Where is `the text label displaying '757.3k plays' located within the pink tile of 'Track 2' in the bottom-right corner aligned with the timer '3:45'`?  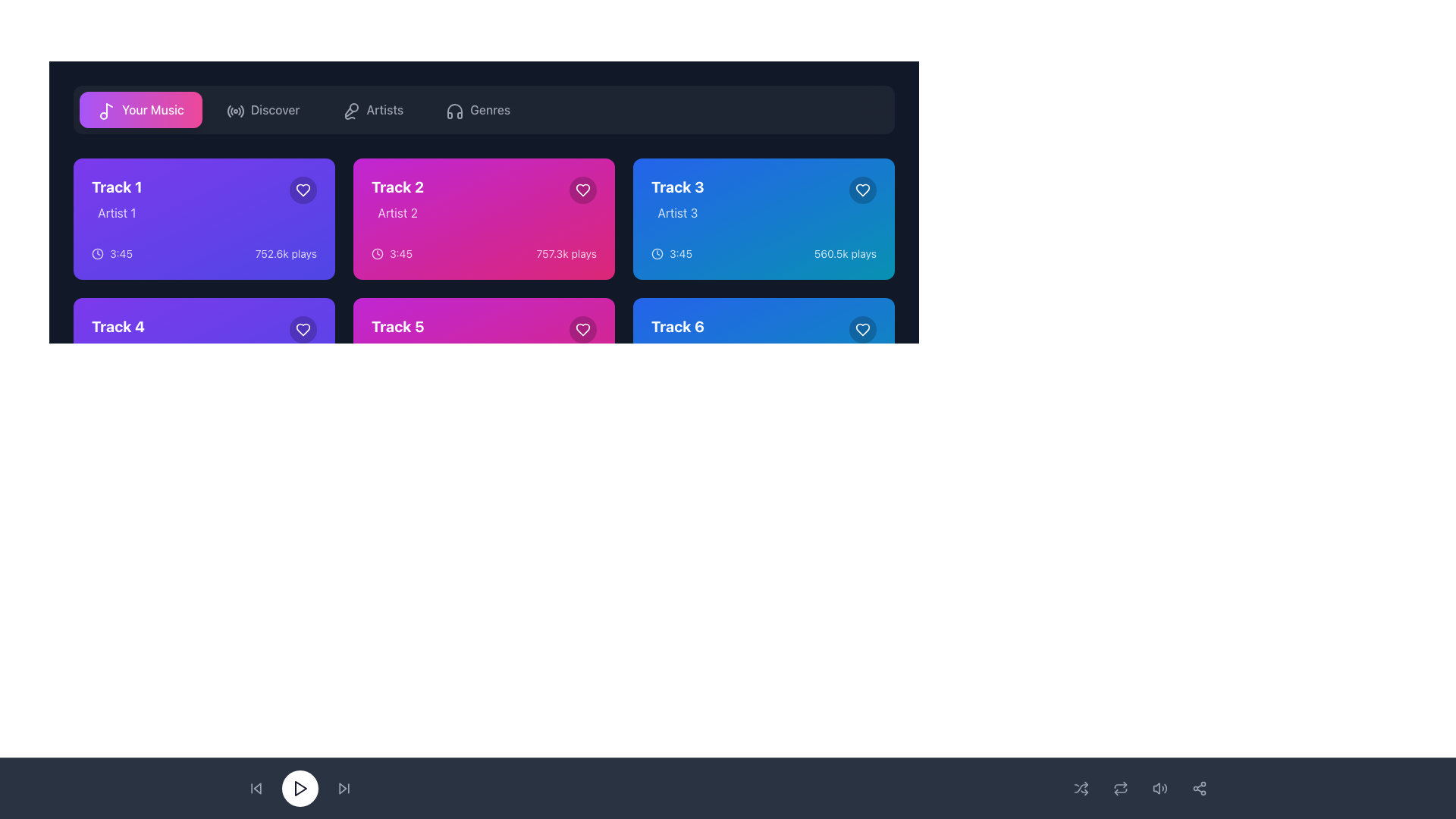 the text label displaying '757.3k plays' located within the pink tile of 'Track 2' in the bottom-right corner aligned with the timer '3:45' is located at coordinates (566, 253).